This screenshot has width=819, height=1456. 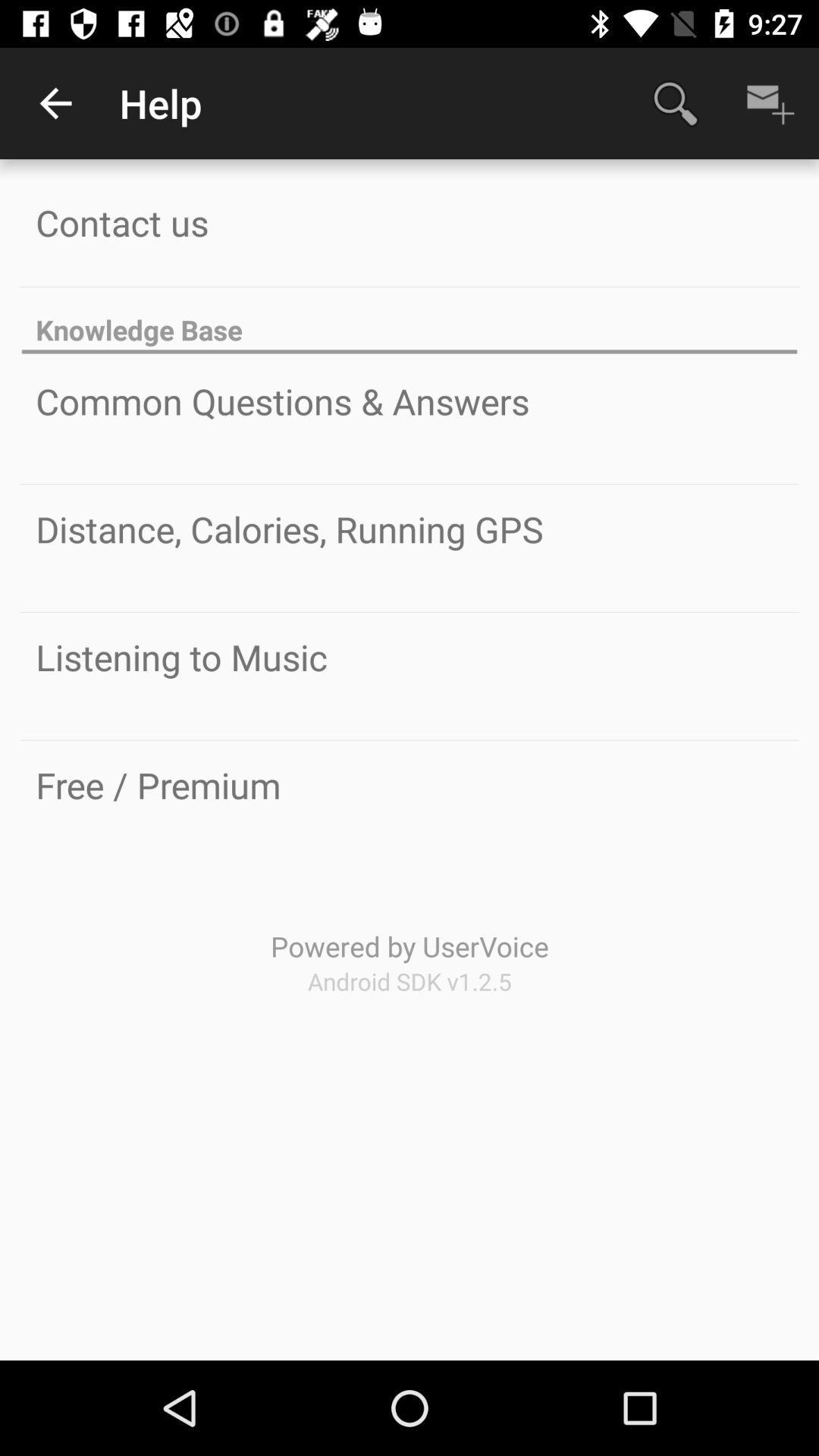 I want to click on item to the left of help, so click(x=55, y=102).